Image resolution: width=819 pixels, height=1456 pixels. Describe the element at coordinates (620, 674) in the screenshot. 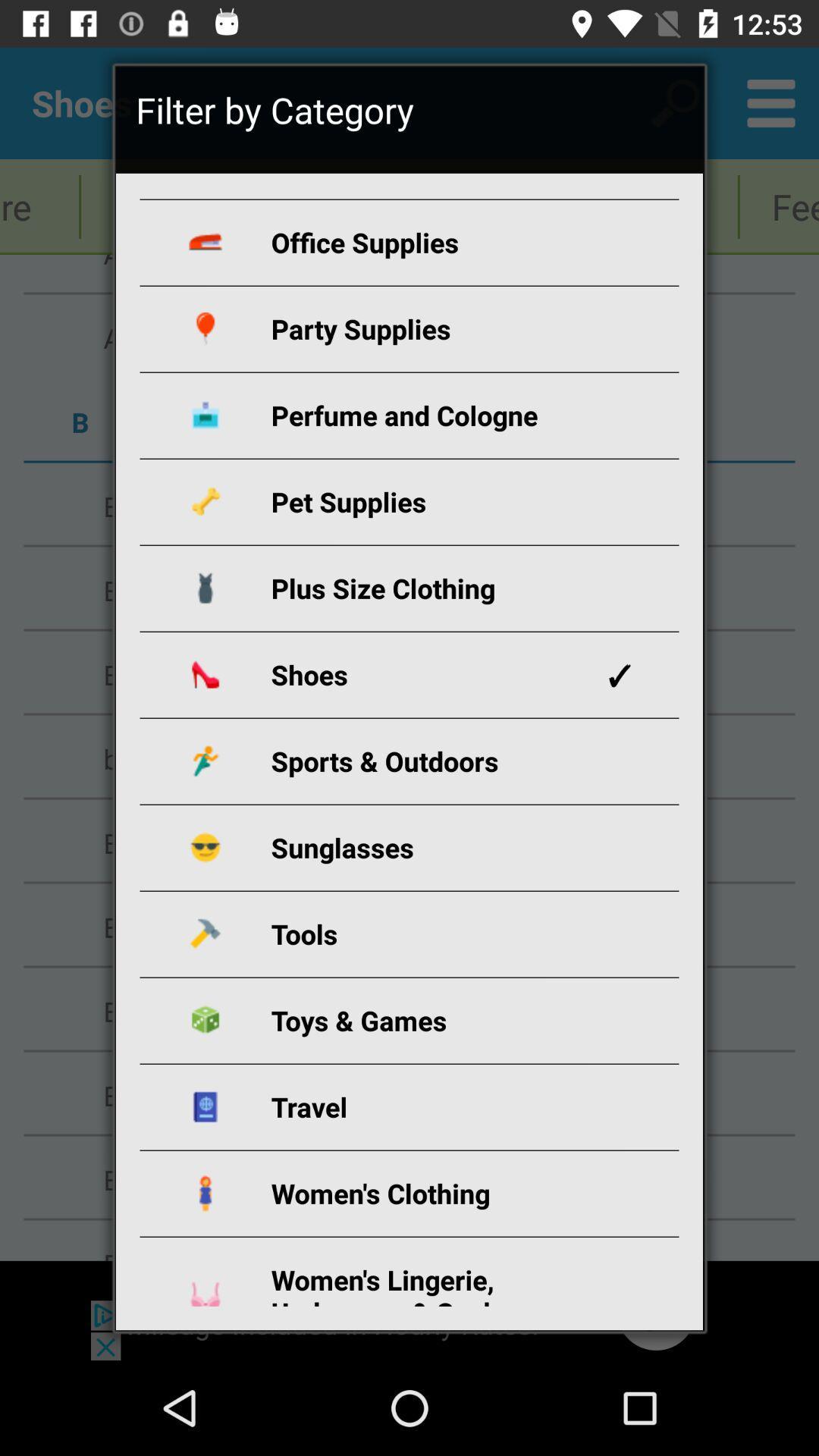

I see `the app on the right` at that location.